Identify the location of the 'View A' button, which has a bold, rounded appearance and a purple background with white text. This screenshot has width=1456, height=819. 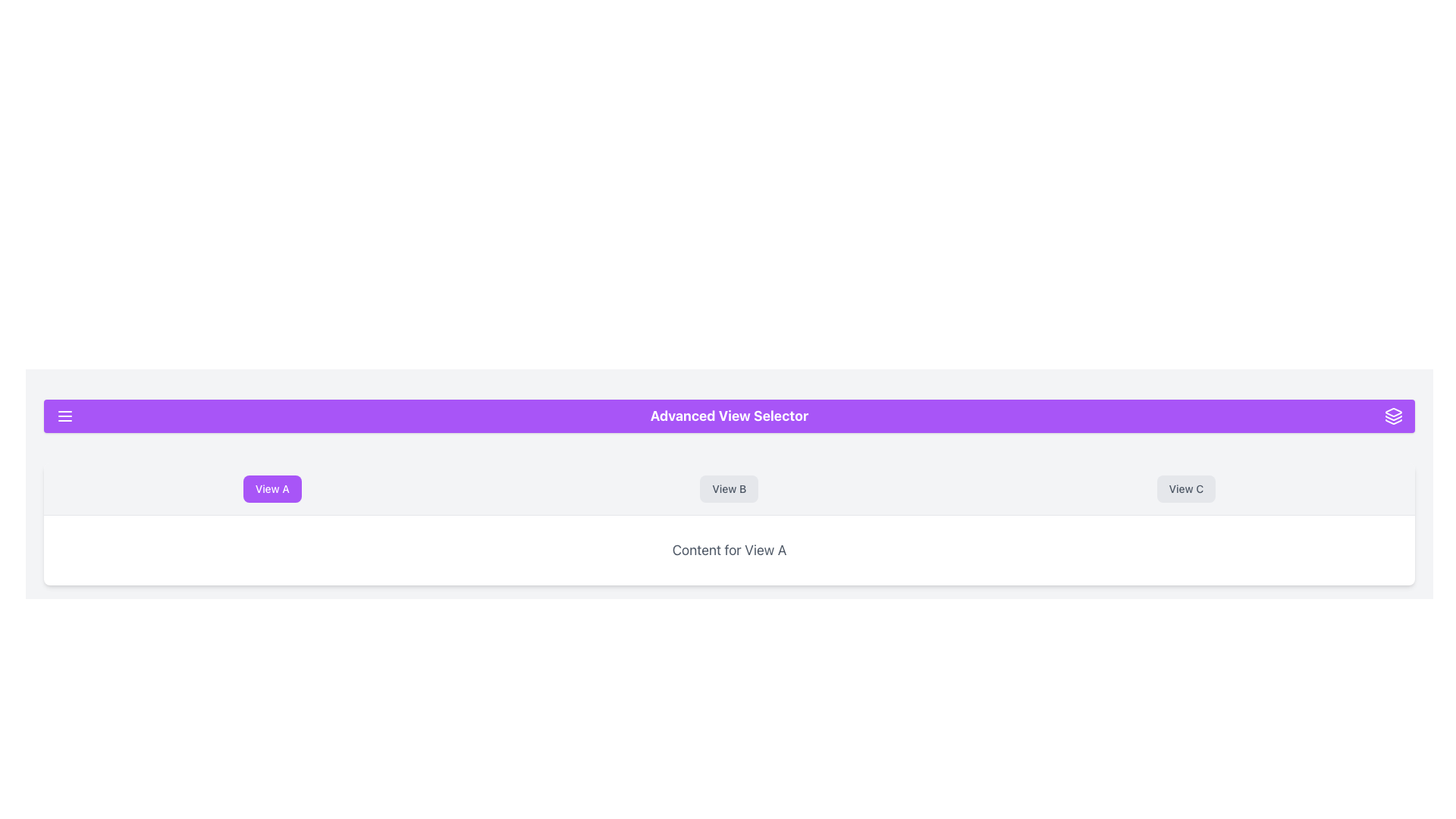
(272, 488).